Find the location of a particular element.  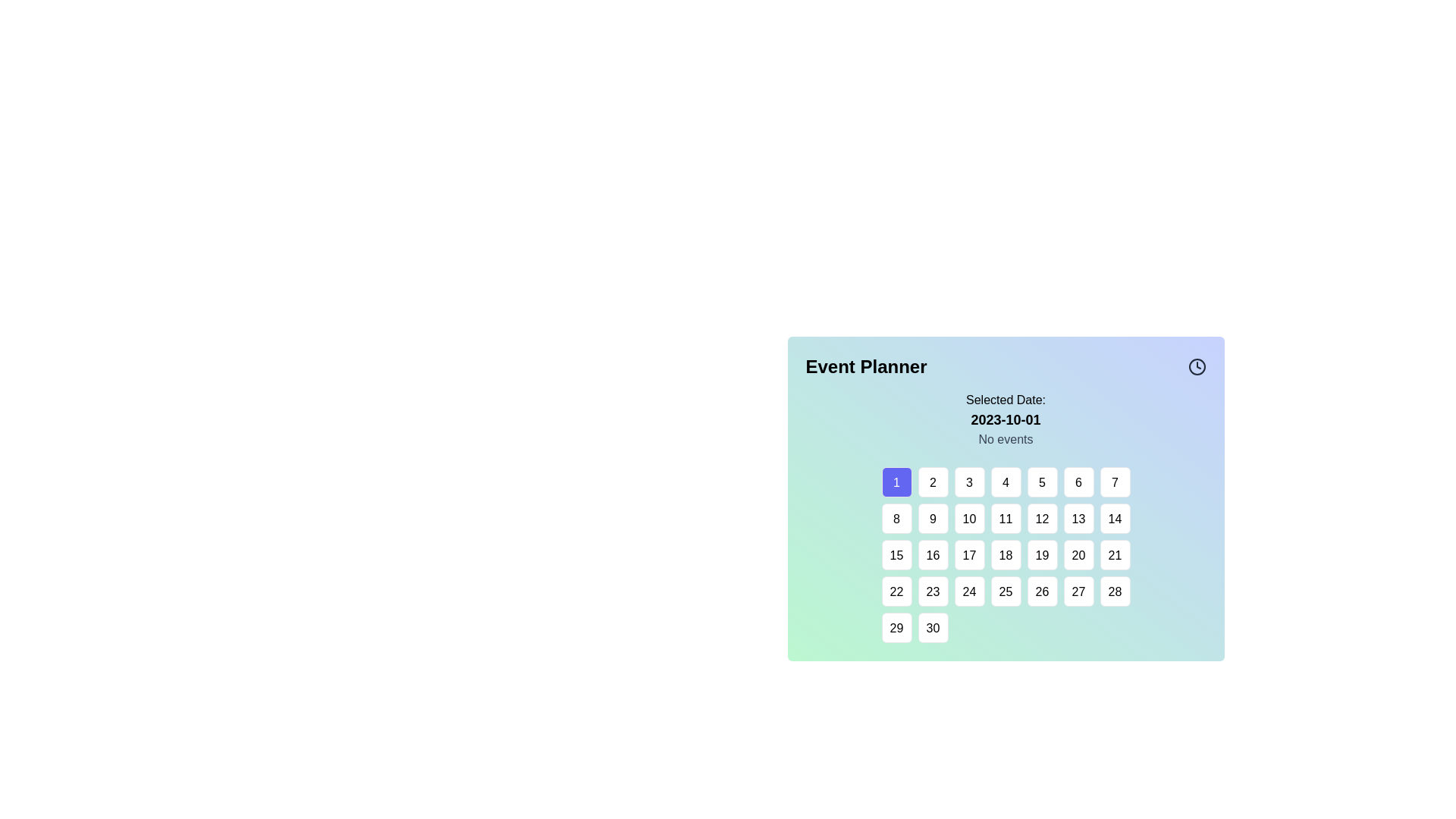

the button representing the date '25' in the calendar interface is located at coordinates (1006, 590).